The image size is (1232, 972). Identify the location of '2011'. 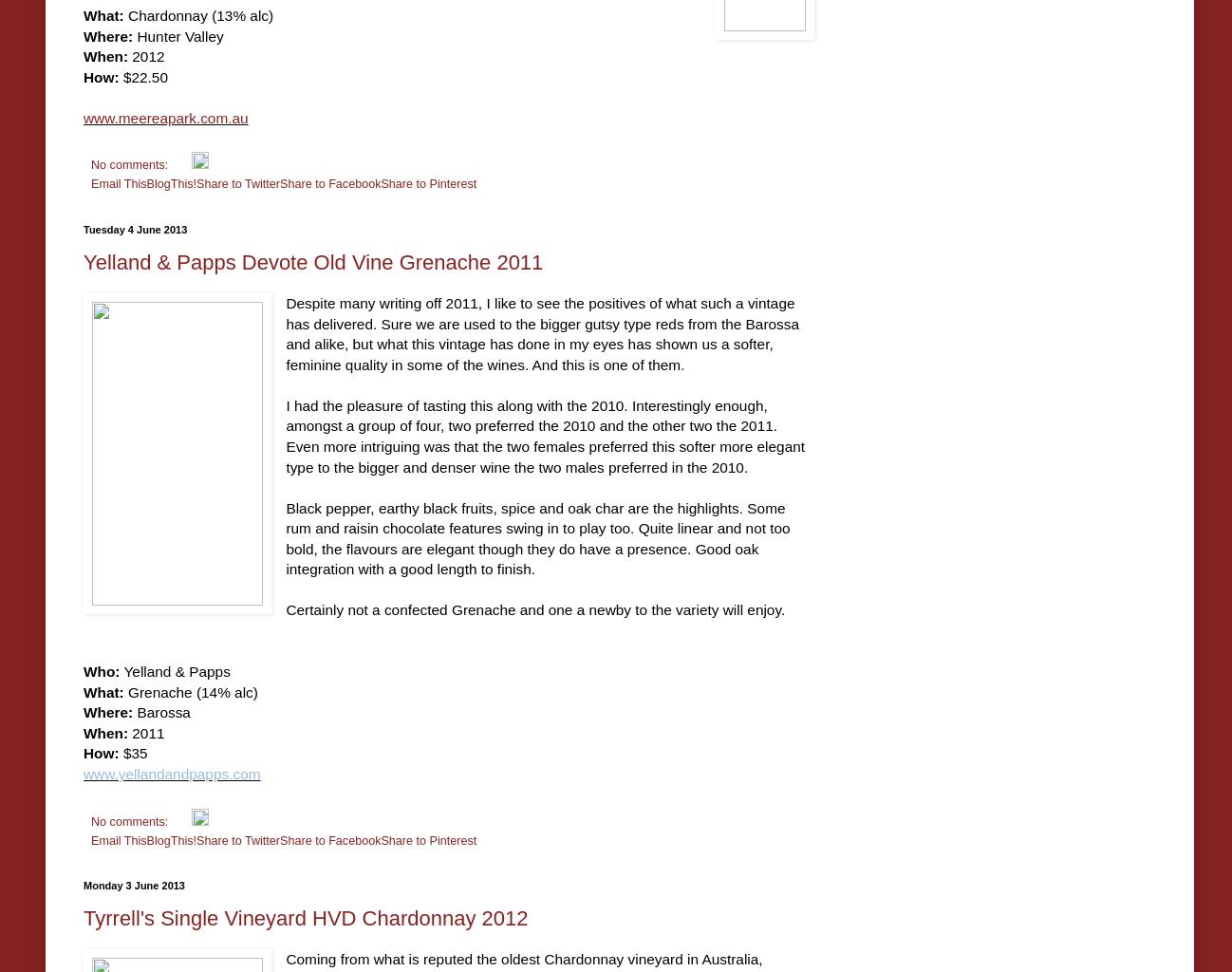
(144, 732).